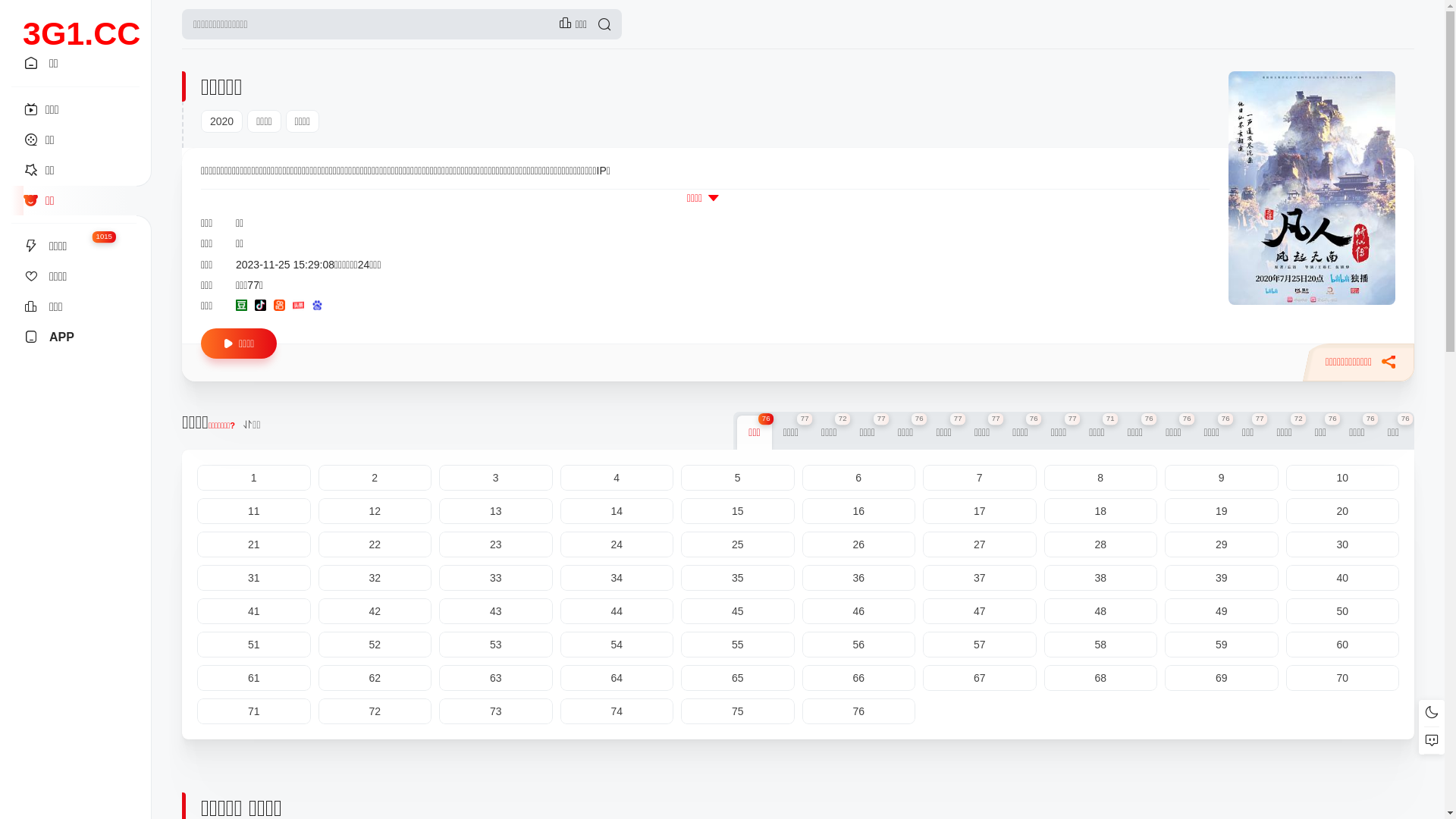 This screenshot has width=1456, height=819. I want to click on '70', so click(1343, 677).